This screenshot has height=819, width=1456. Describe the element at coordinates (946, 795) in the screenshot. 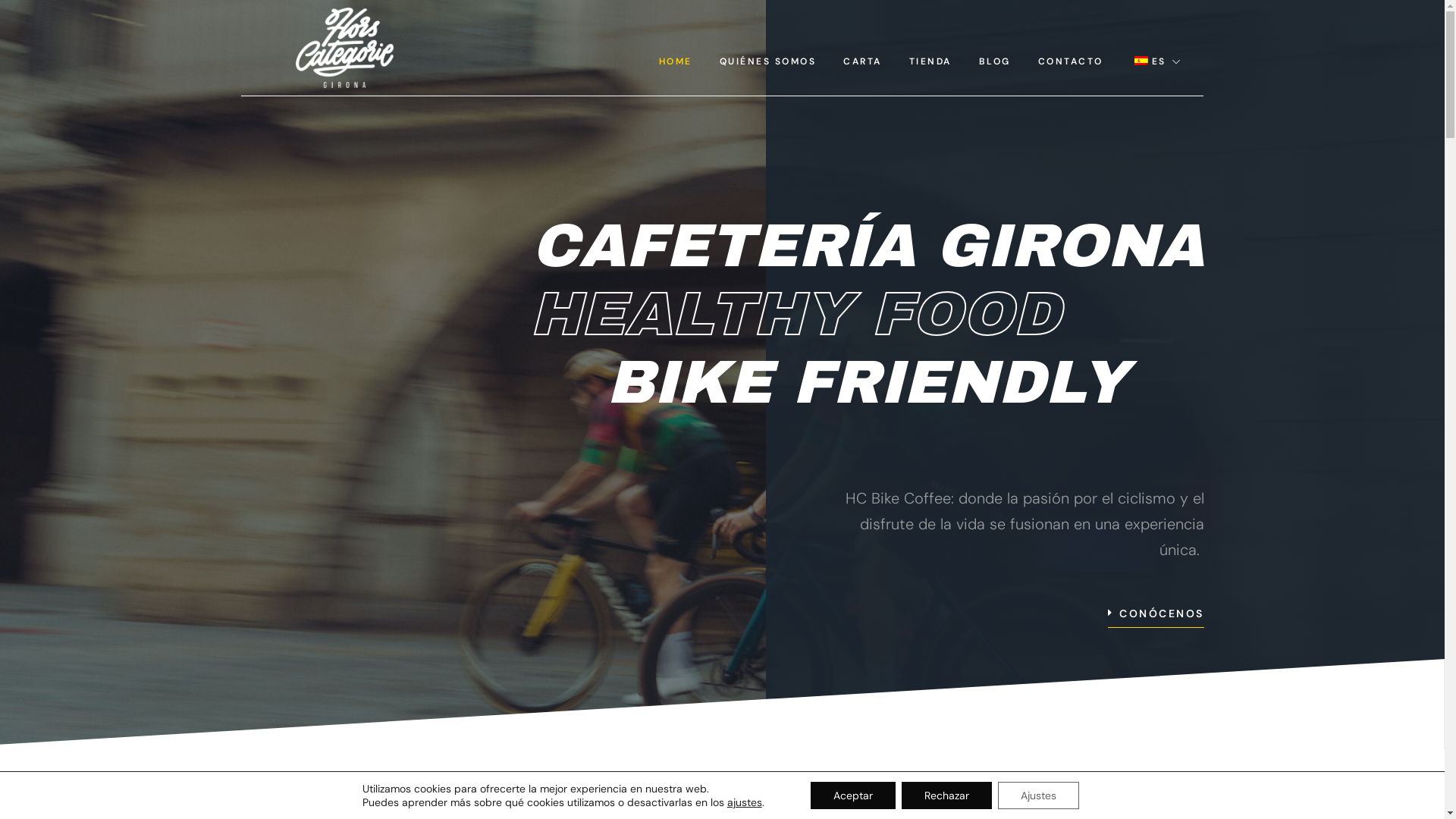

I see `'Rechazar'` at that location.